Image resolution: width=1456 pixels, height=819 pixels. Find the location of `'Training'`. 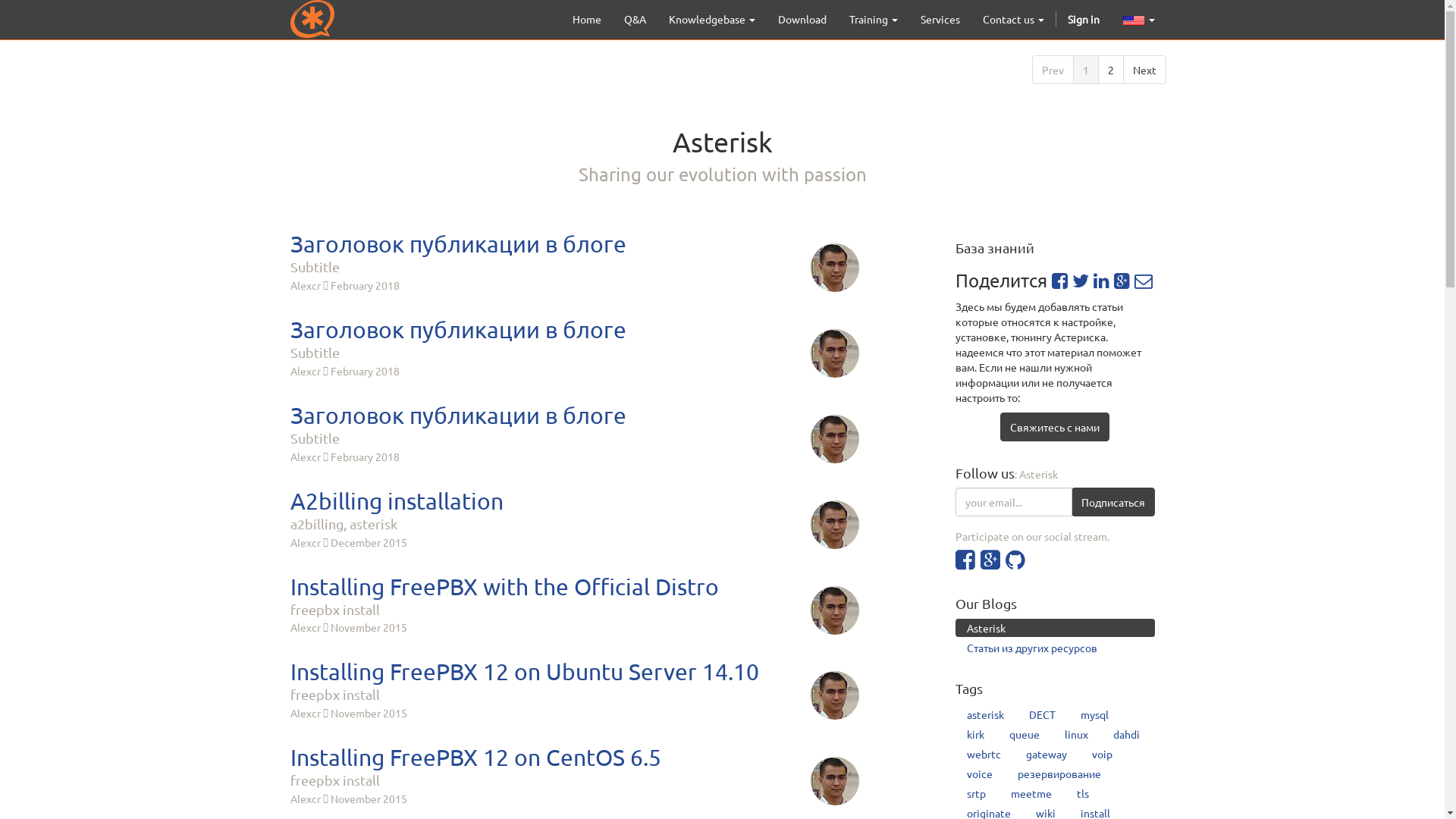

'Training' is located at coordinates (873, 18).